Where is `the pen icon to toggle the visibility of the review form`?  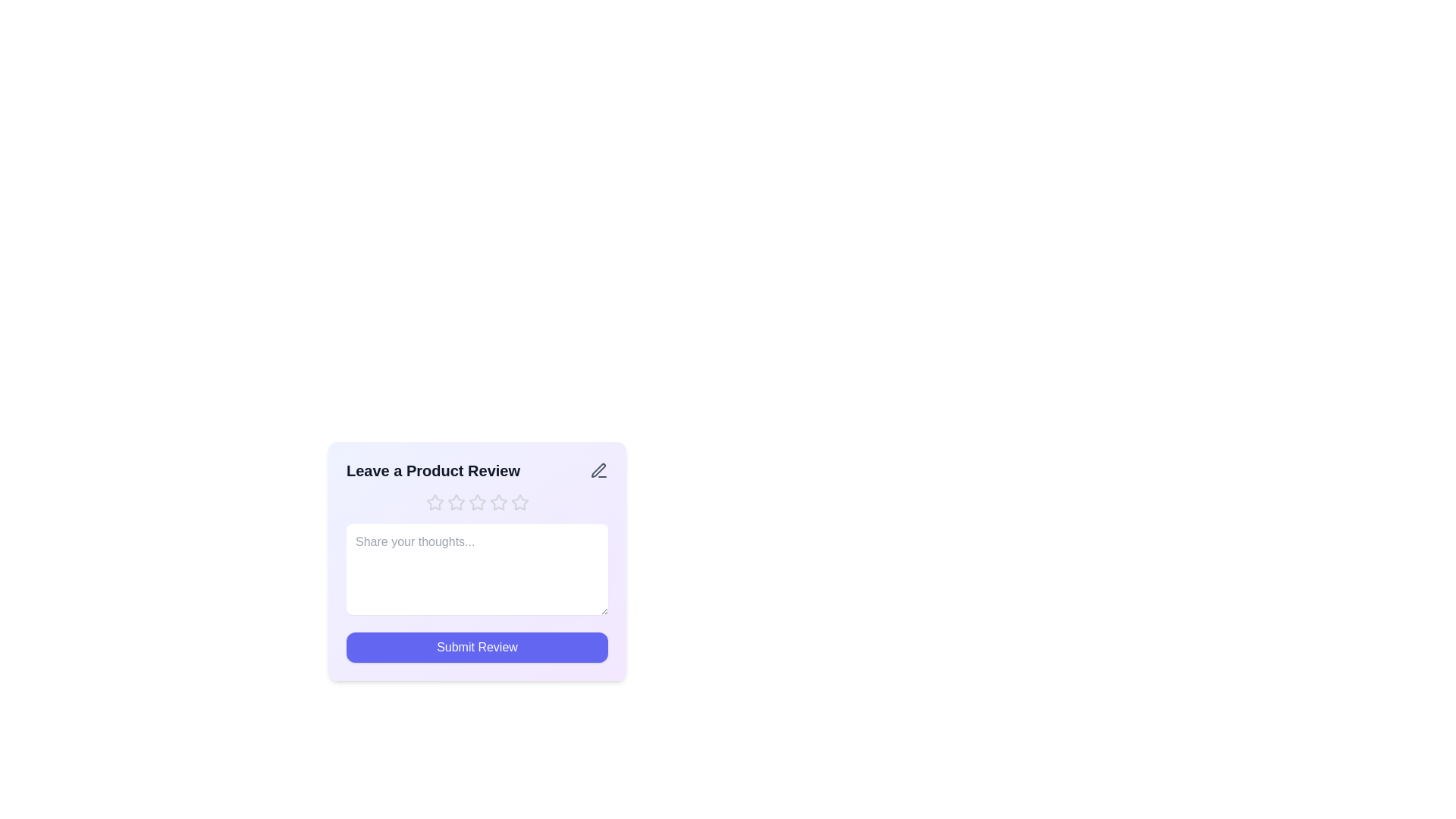 the pen icon to toggle the visibility of the review form is located at coordinates (598, 470).